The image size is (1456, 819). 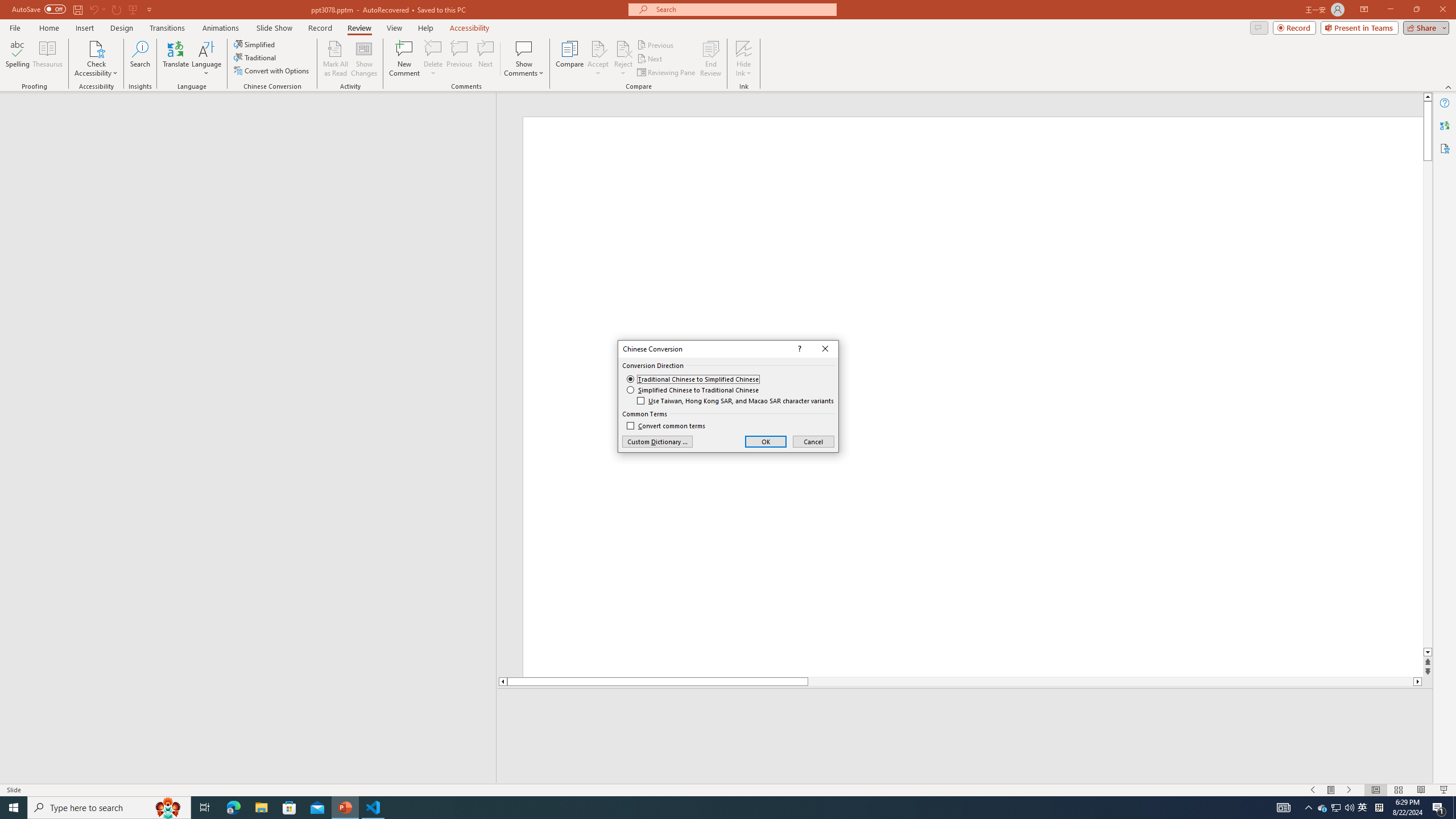 I want to click on 'Reject Change', so click(x=622, y=48).